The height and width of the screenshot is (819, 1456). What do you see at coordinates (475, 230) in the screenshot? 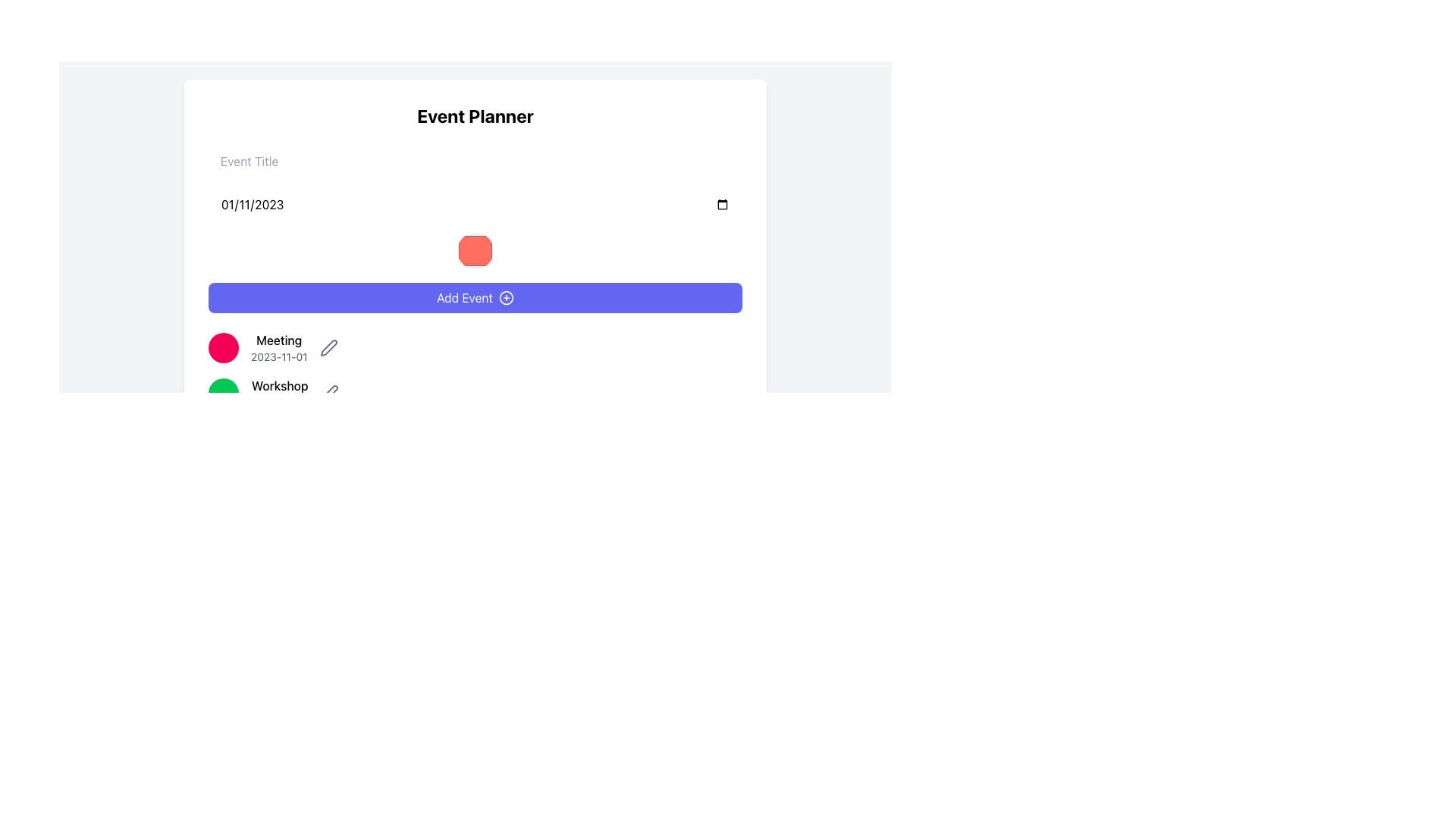
I see `the octagonal color picker highlighted with a red hue in the event creation form by` at bounding box center [475, 230].